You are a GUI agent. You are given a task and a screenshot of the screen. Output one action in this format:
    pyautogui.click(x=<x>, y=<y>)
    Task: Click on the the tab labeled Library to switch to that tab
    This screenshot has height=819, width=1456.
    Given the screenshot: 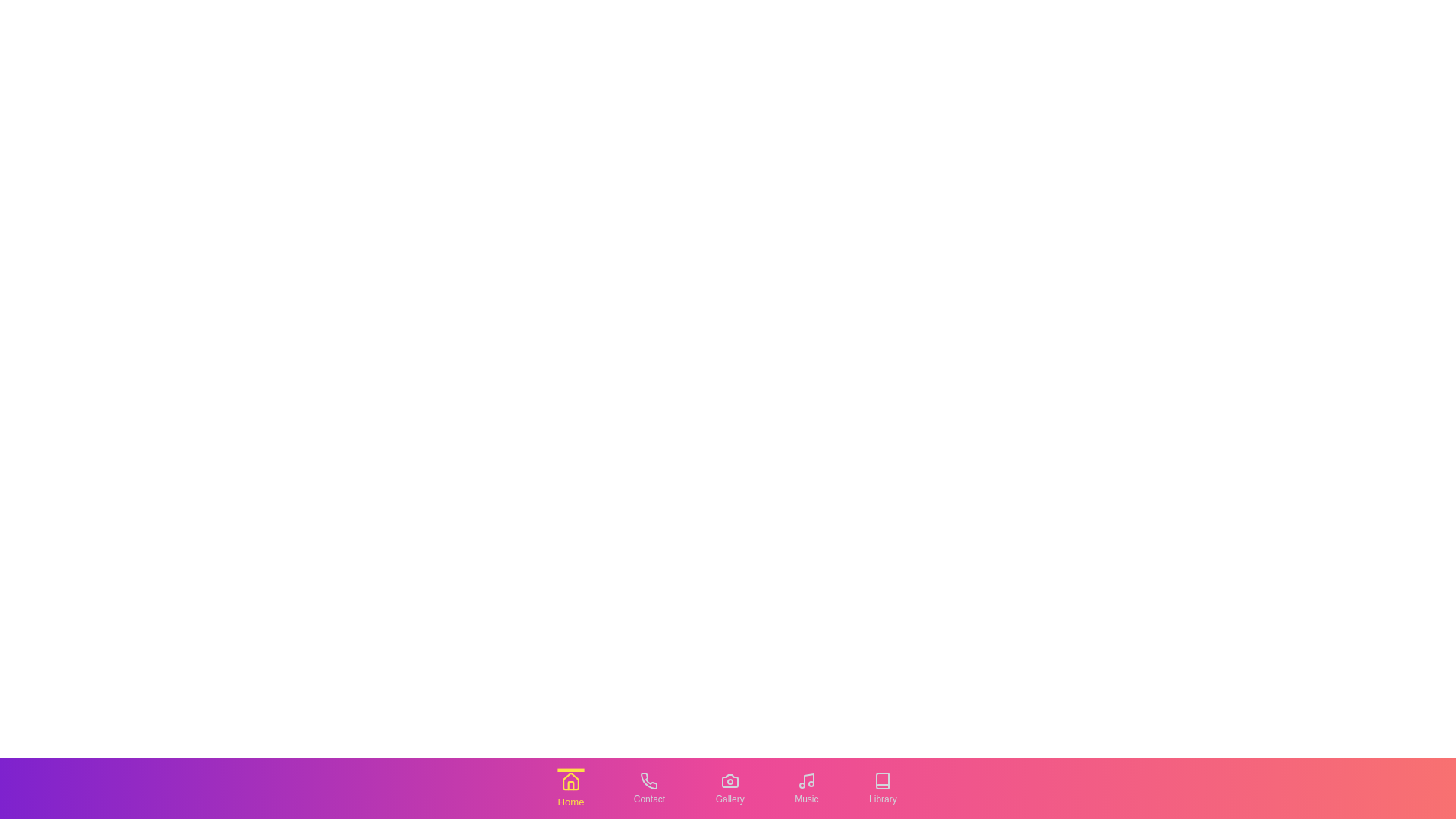 What is the action you would take?
    pyautogui.click(x=883, y=788)
    